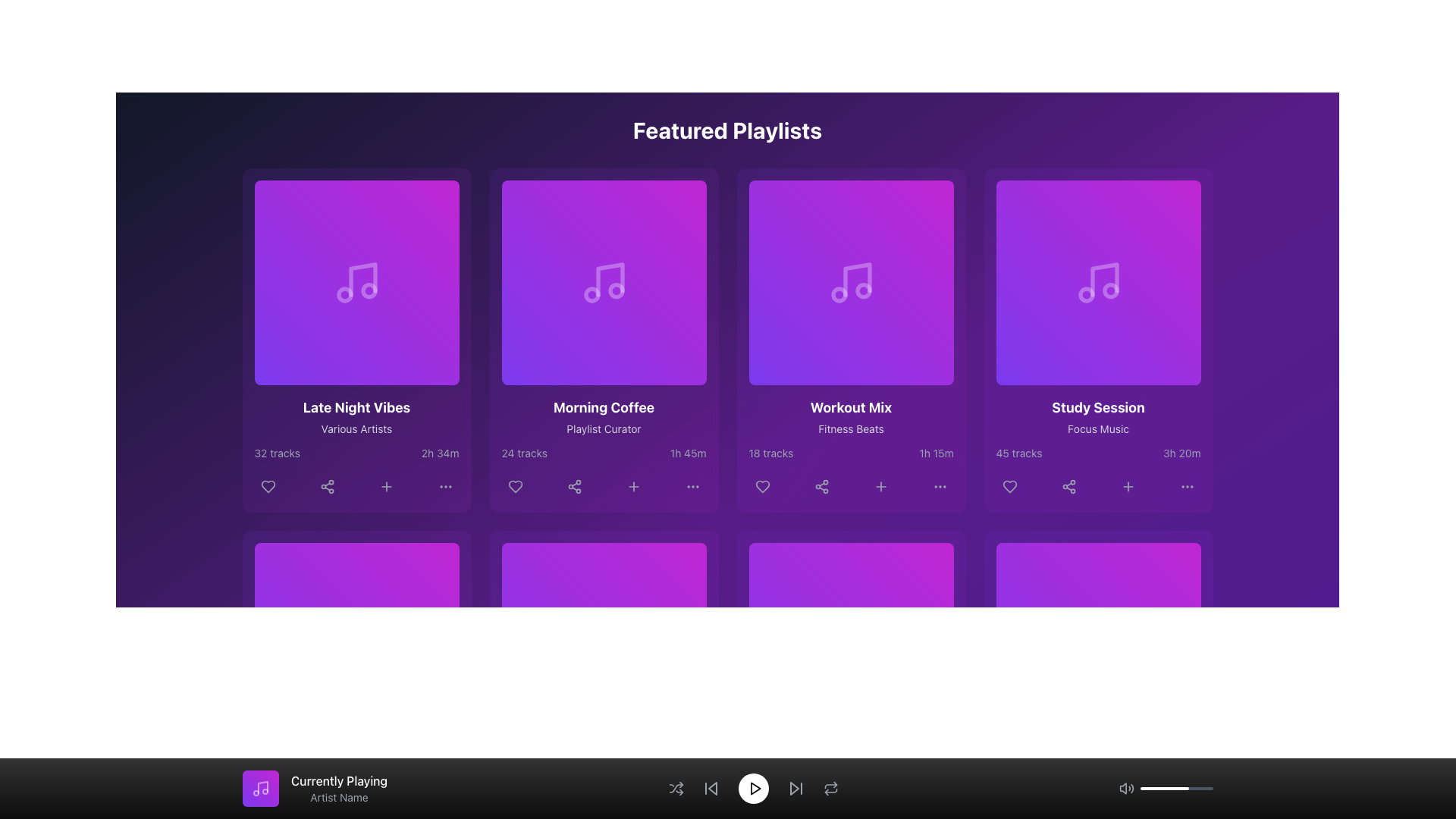  Describe the element at coordinates (1181, 452) in the screenshot. I see `the text label displaying '3h 20m' in gray font, located near the bottom of the 'Study Session' card, next to '45 tracks'` at that location.